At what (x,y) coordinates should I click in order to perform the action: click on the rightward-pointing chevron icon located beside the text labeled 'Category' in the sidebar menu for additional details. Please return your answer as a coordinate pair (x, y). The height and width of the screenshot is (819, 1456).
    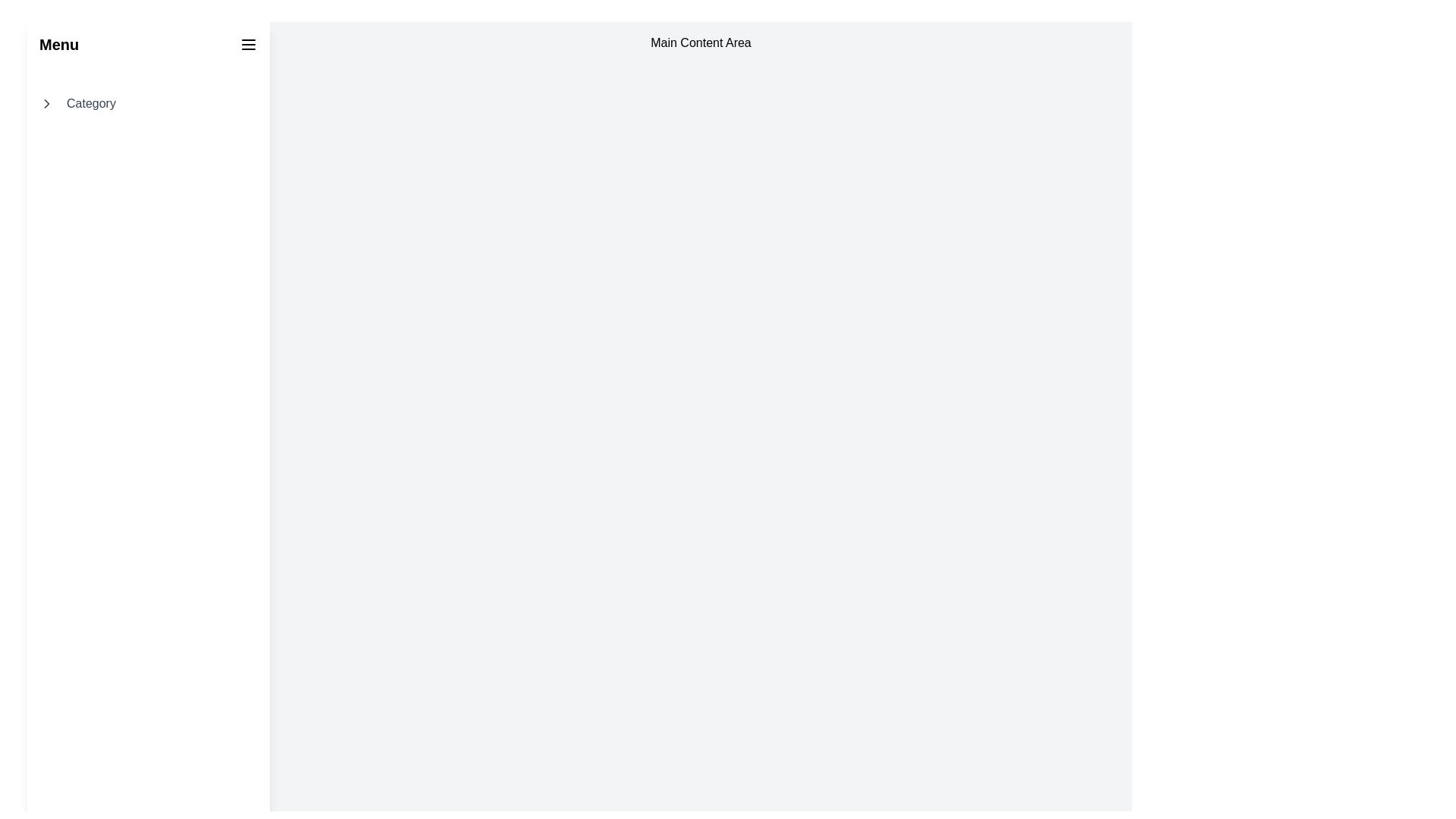
    Looking at the image, I should click on (47, 103).